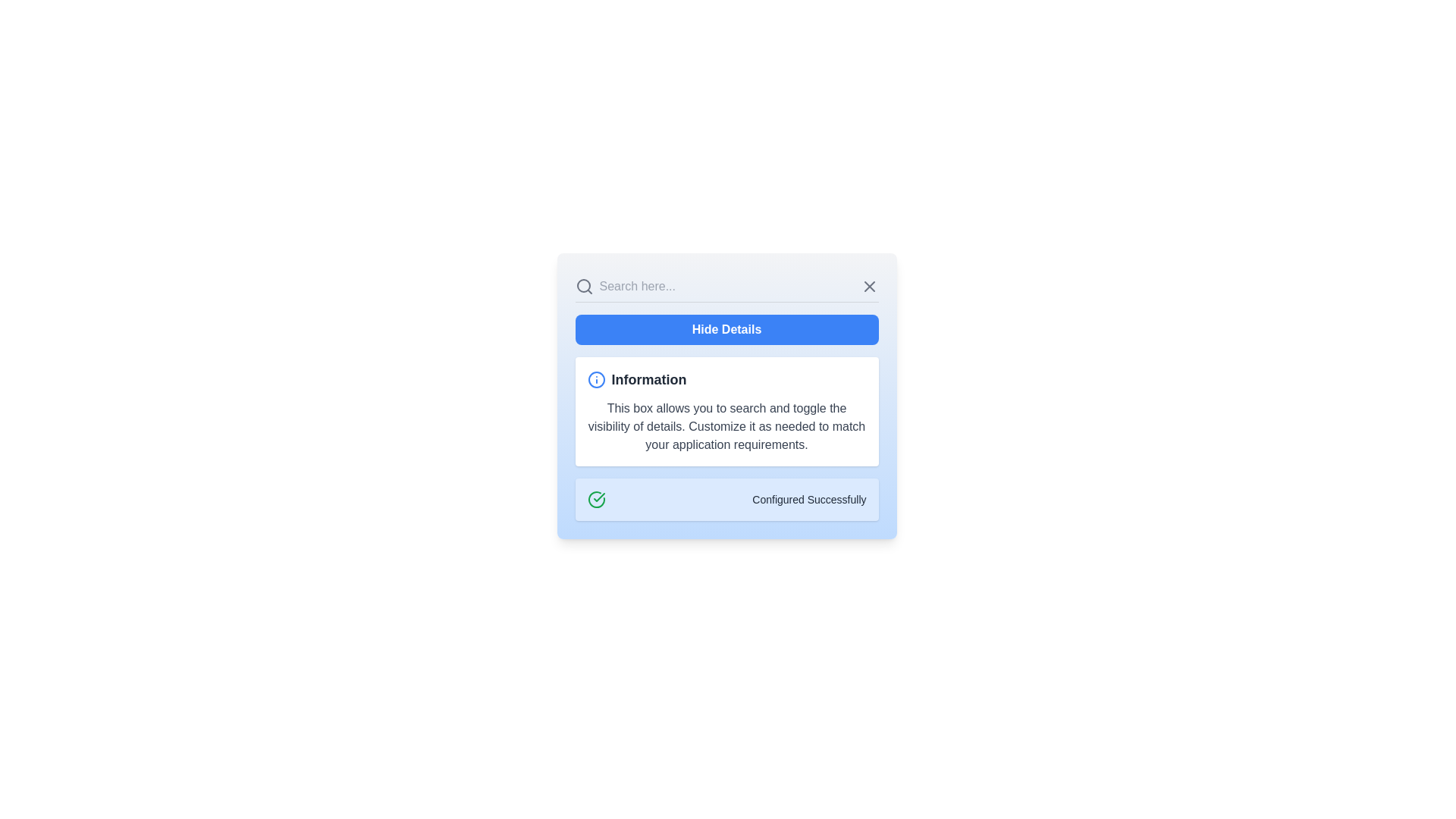 This screenshot has width=1456, height=819. I want to click on the status message text label indicating a successful configuration action, located in the lower-right corner of the notification bar next to a green checkmark icon, so click(808, 500).